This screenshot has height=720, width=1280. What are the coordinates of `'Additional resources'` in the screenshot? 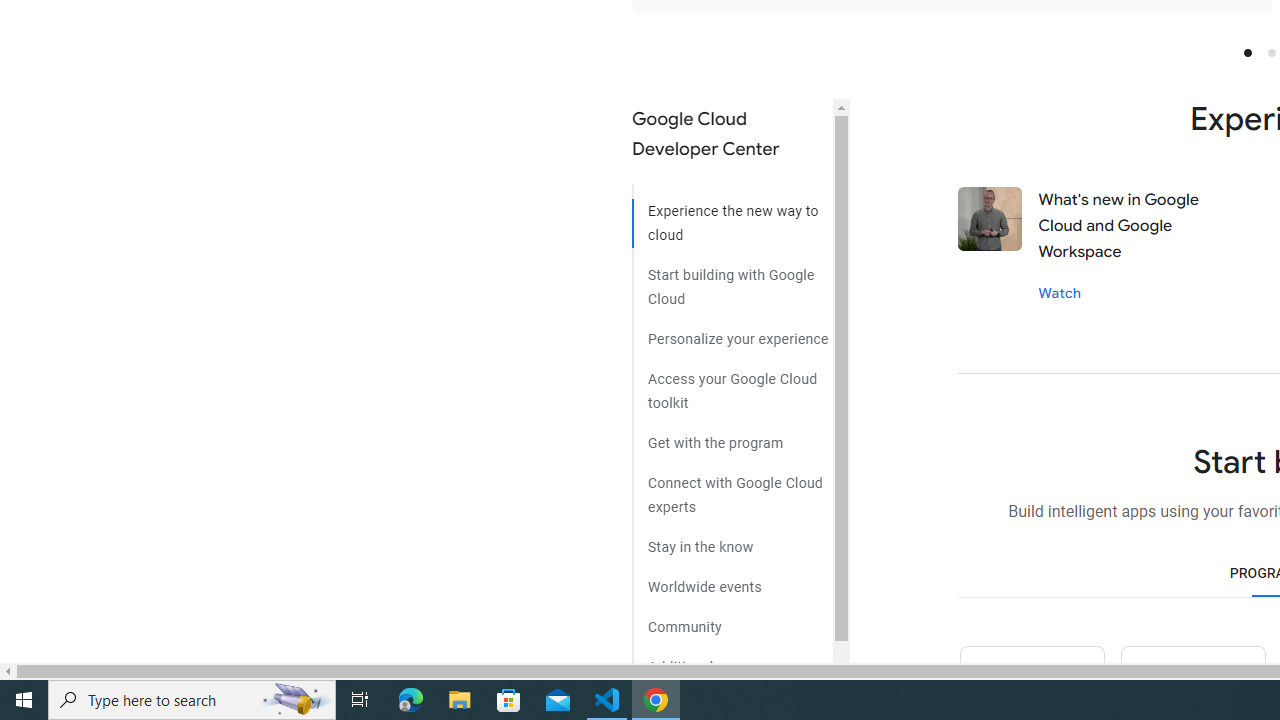 It's located at (731, 659).